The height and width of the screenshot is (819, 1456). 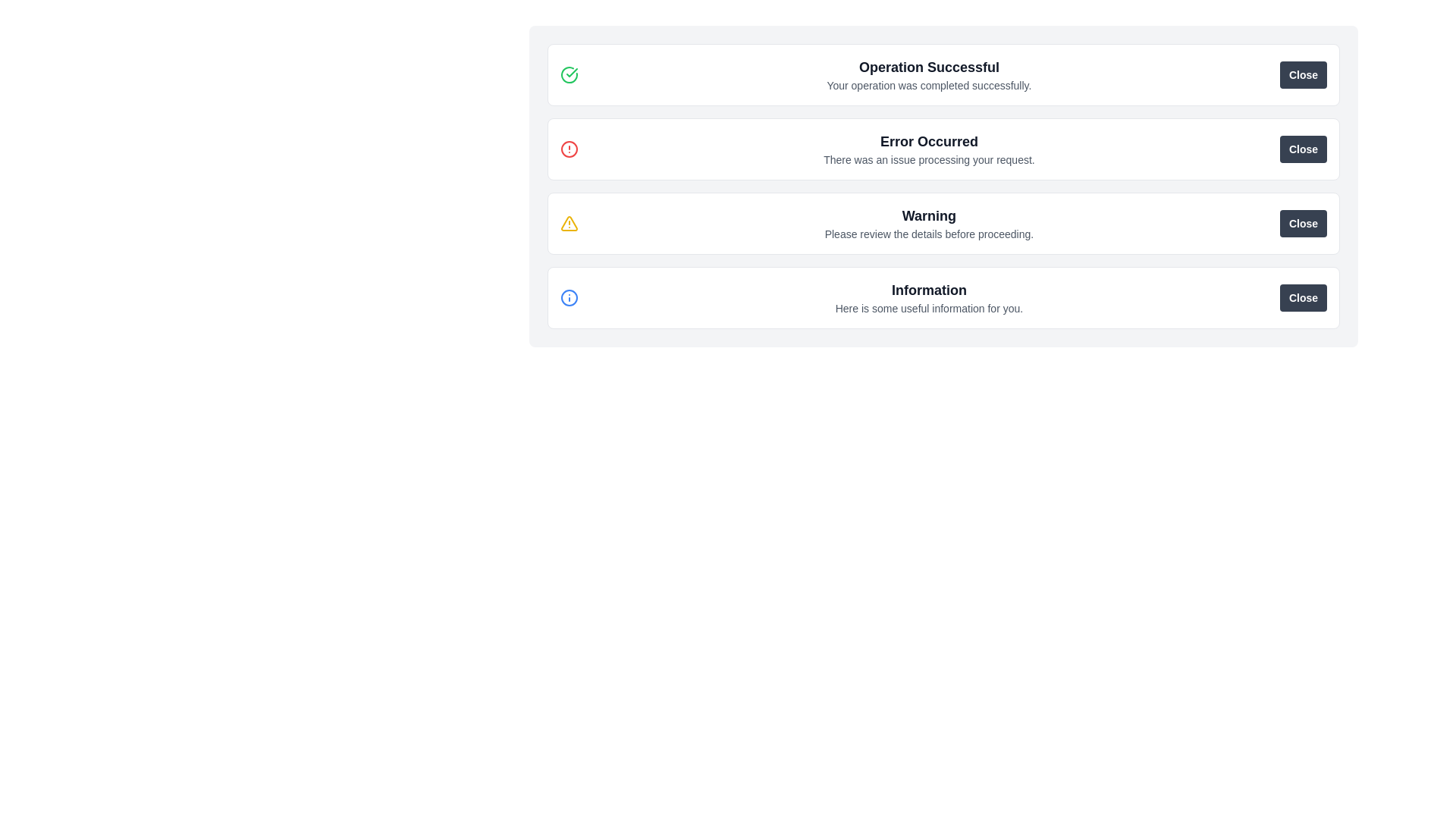 What do you see at coordinates (928, 223) in the screenshot?
I see `content displayed in the centrally aligned text block that serves as a notification to warn users about reviewing details before proceeding` at bounding box center [928, 223].